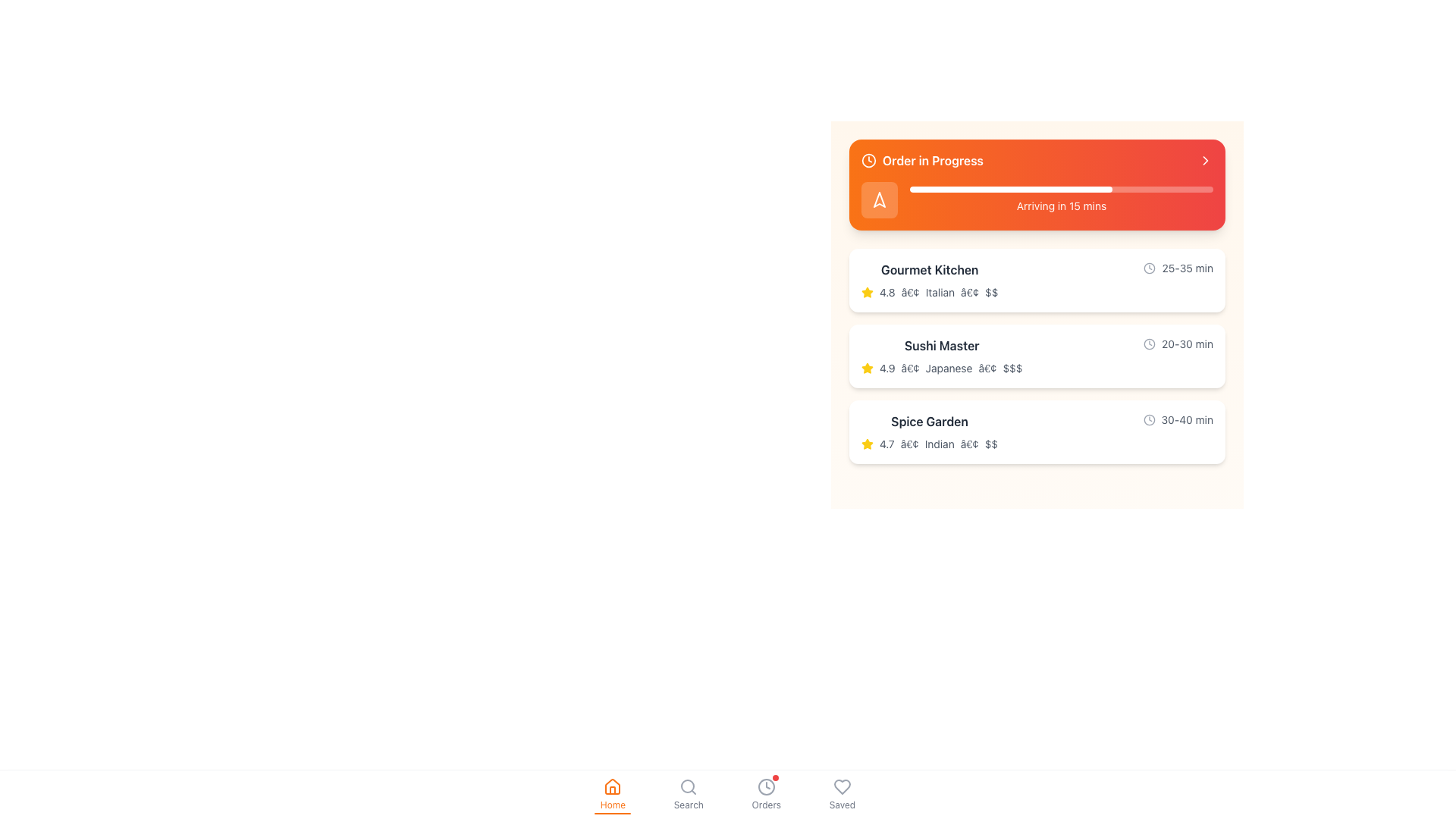  Describe the element at coordinates (687, 786) in the screenshot. I see `the SVG circle shape that represents the Search icon in the bottom navigation bar to trigger its hover styles` at that location.